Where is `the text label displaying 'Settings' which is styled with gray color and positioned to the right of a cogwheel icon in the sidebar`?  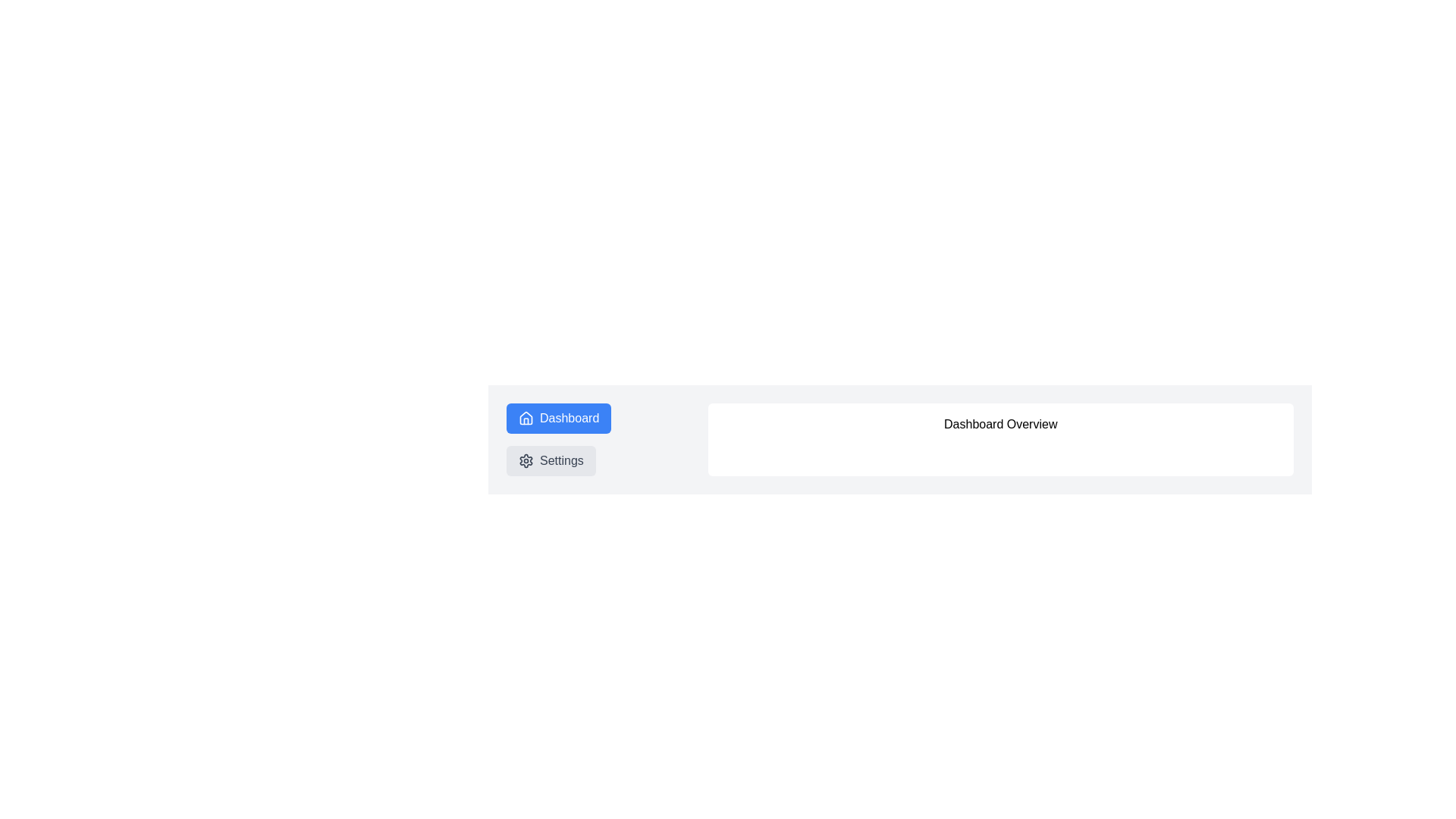
the text label displaying 'Settings' which is styled with gray color and positioned to the right of a cogwheel icon in the sidebar is located at coordinates (560, 460).